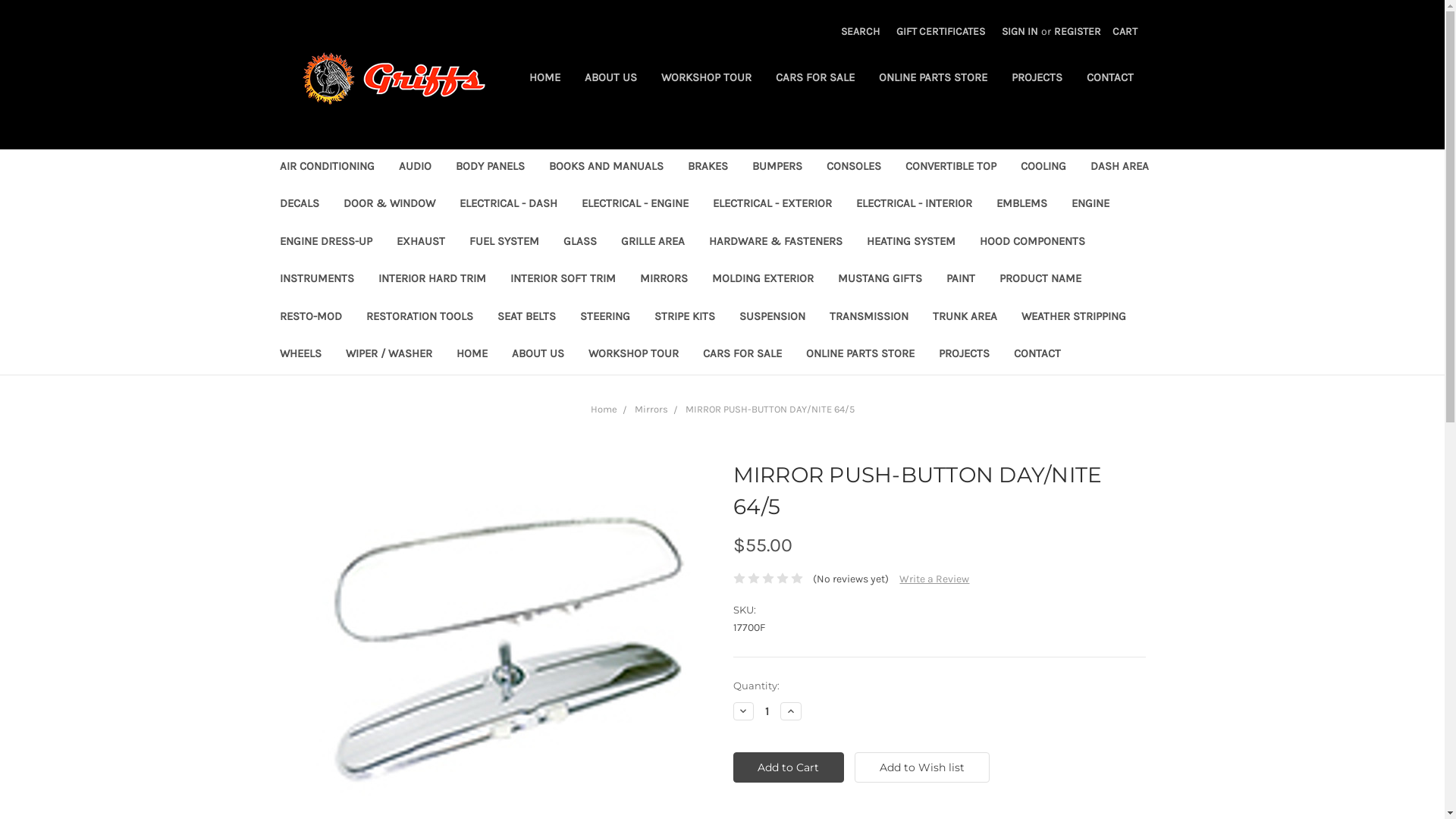  Describe the element at coordinates (503, 242) in the screenshot. I see `'FUEL SYSTEM'` at that location.